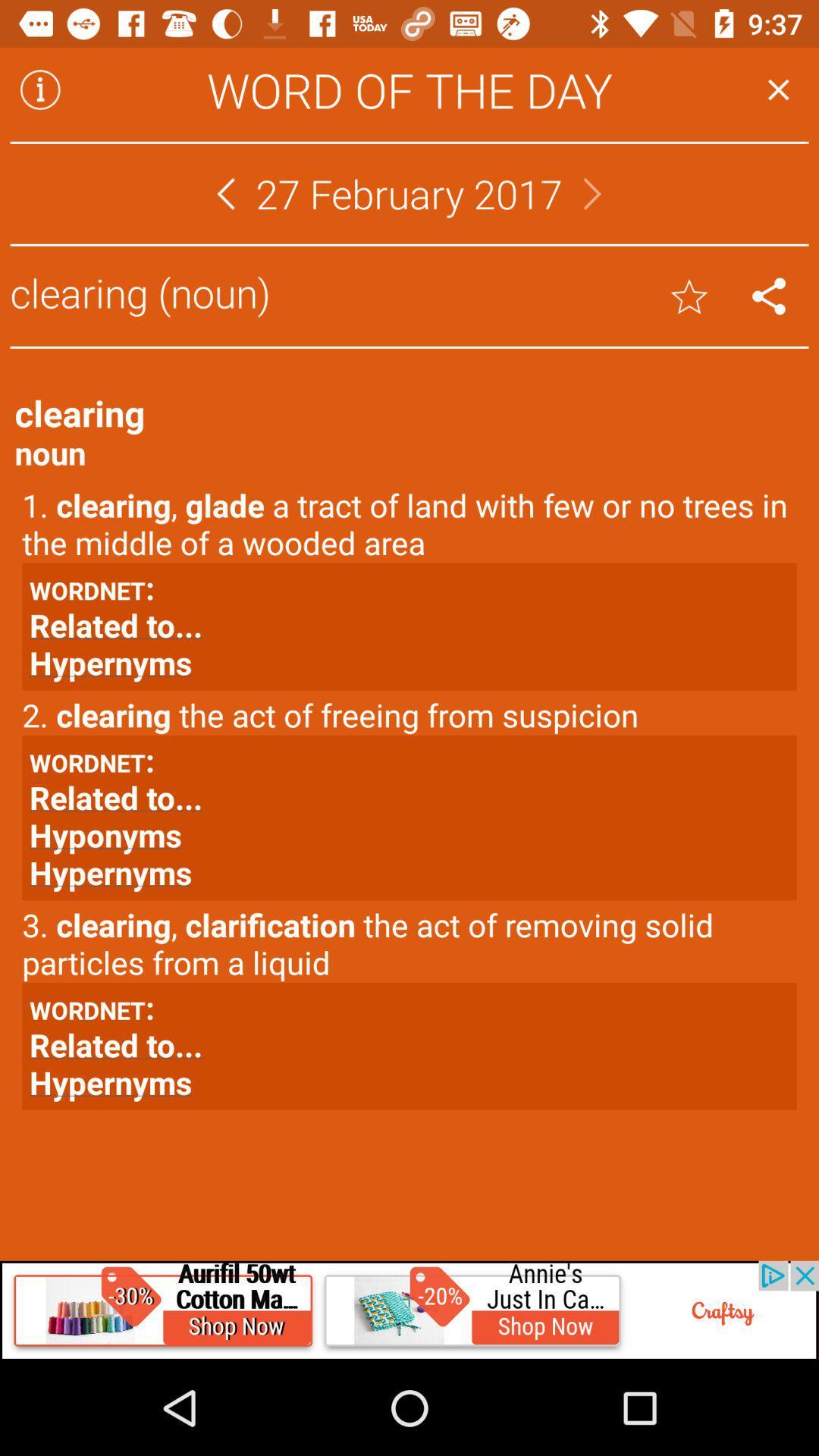 This screenshot has width=819, height=1456. Describe the element at coordinates (409, 1310) in the screenshot. I see `the picture` at that location.